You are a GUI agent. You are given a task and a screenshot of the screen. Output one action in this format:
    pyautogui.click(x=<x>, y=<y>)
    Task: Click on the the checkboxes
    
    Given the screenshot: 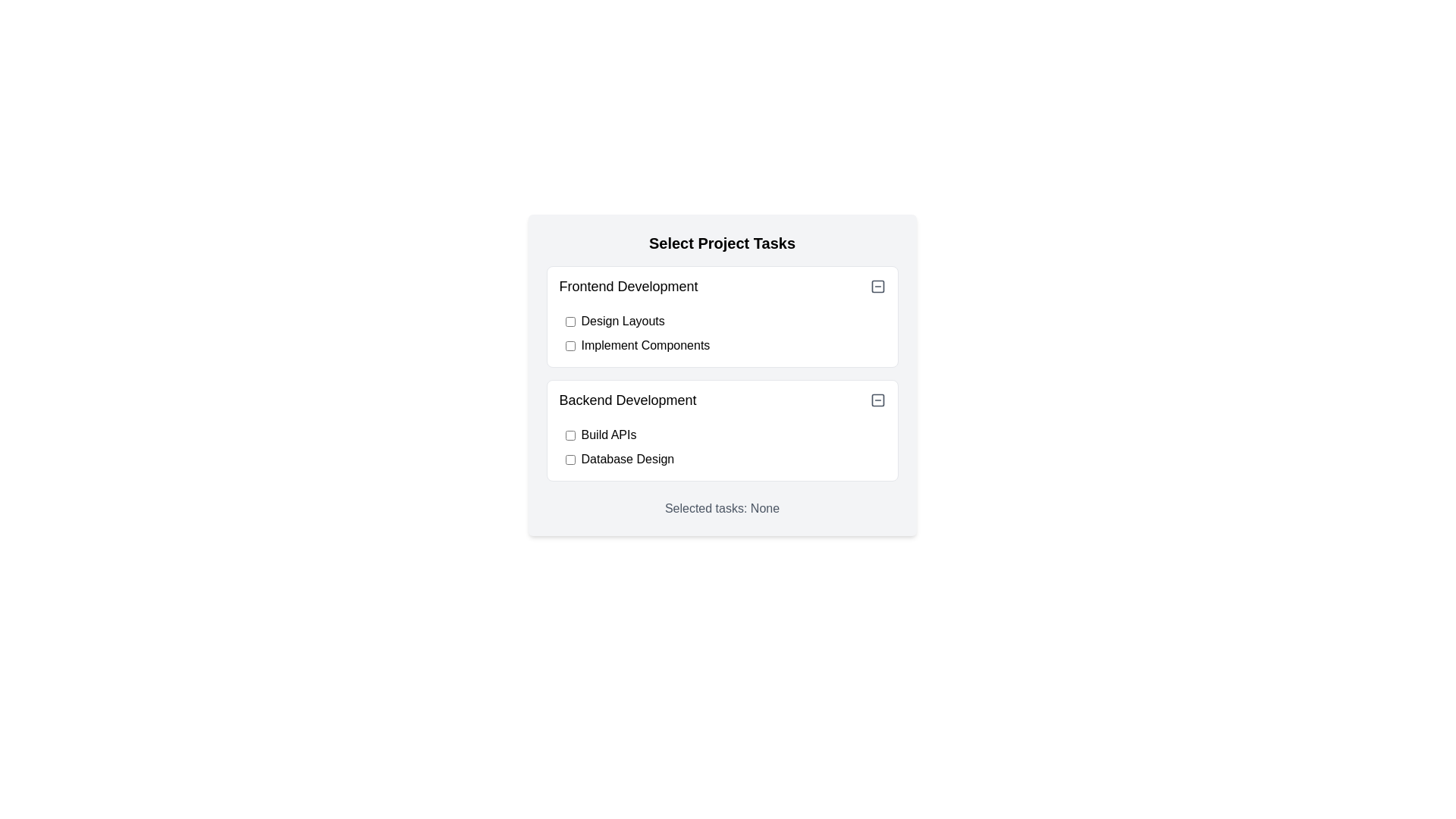 What is the action you would take?
    pyautogui.click(x=721, y=315)
    